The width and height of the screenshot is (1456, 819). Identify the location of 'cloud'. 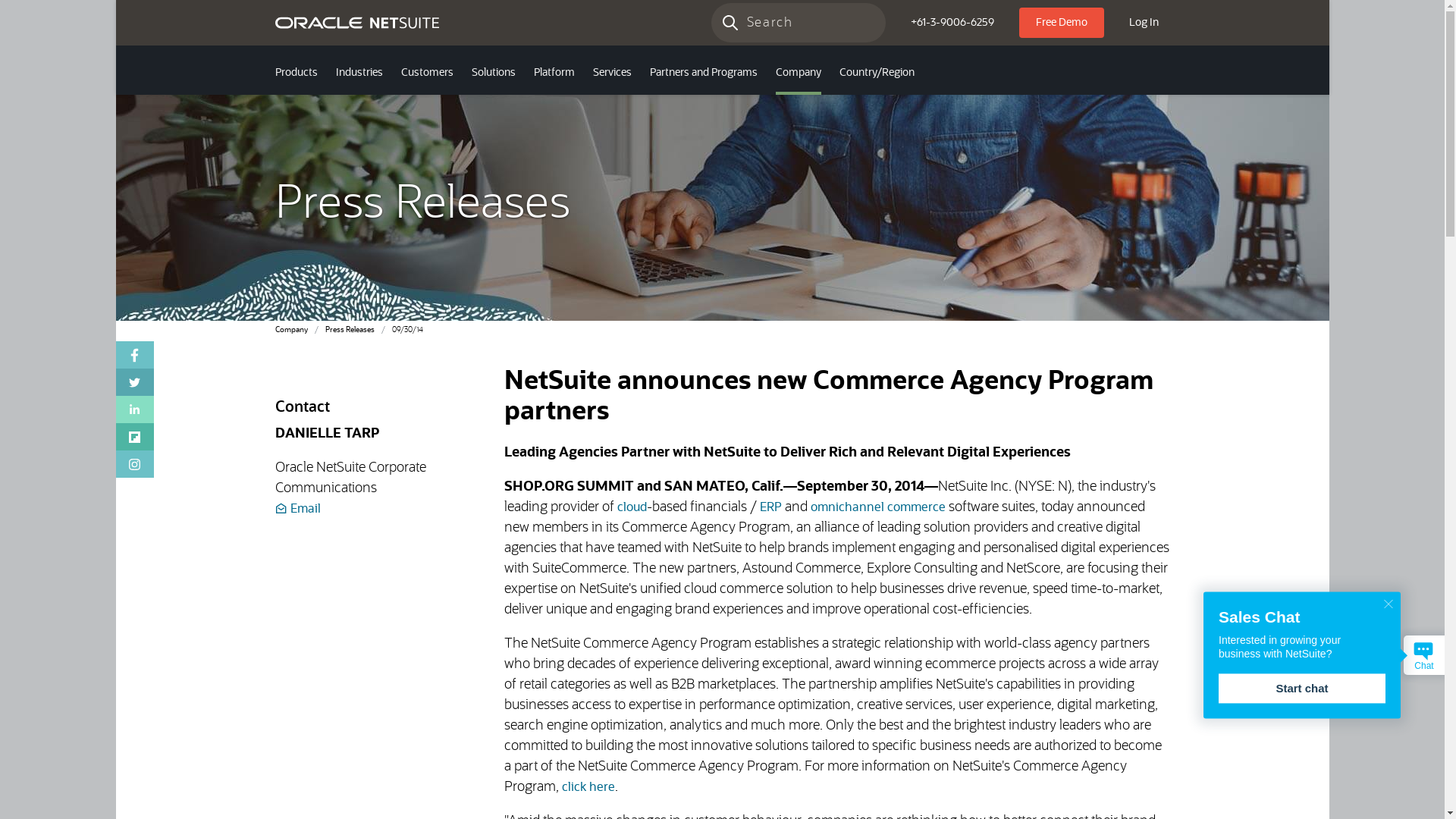
(632, 507).